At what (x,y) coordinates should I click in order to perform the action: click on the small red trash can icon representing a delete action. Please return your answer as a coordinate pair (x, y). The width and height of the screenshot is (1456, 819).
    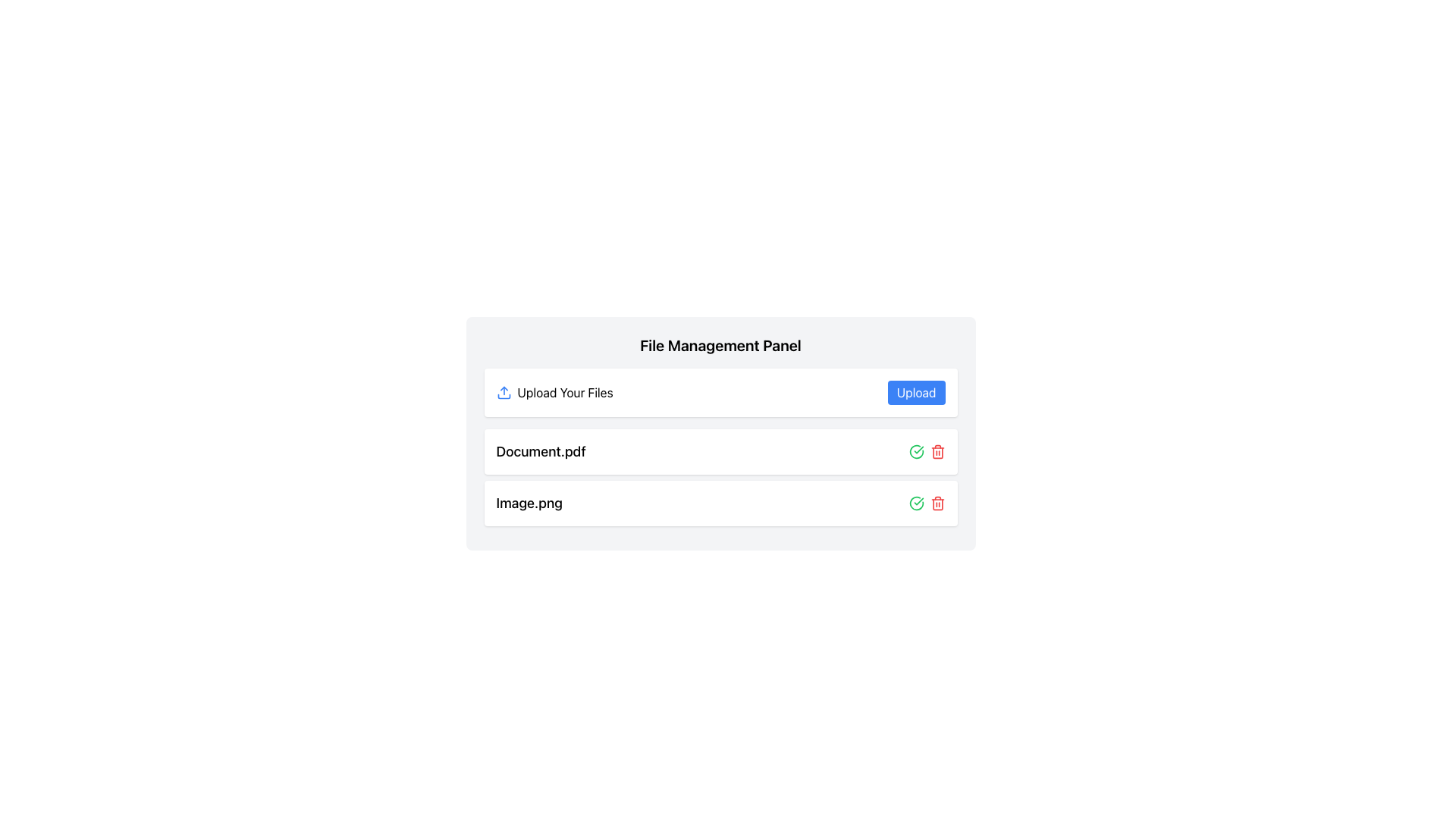
    Looking at the image, I should click on (937, 451).